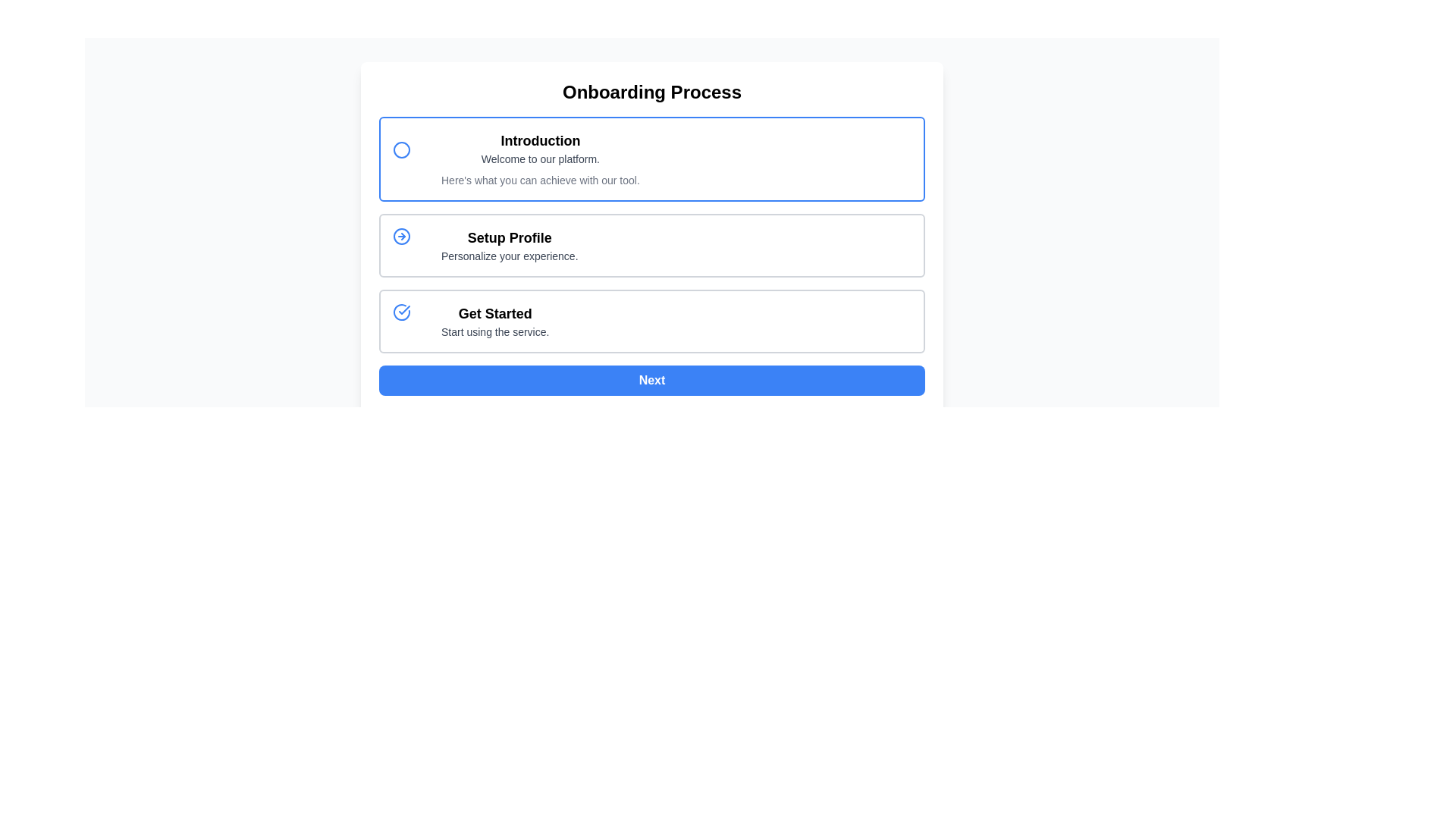 The image size is (1456, 819). Describe the element at coordinates (401, 312) in the screenshot. I see `the circular graphical component with a blue outline and a checkmark inside, located adjacent to the 'Get Started' label in the onboarding interface` at that location.